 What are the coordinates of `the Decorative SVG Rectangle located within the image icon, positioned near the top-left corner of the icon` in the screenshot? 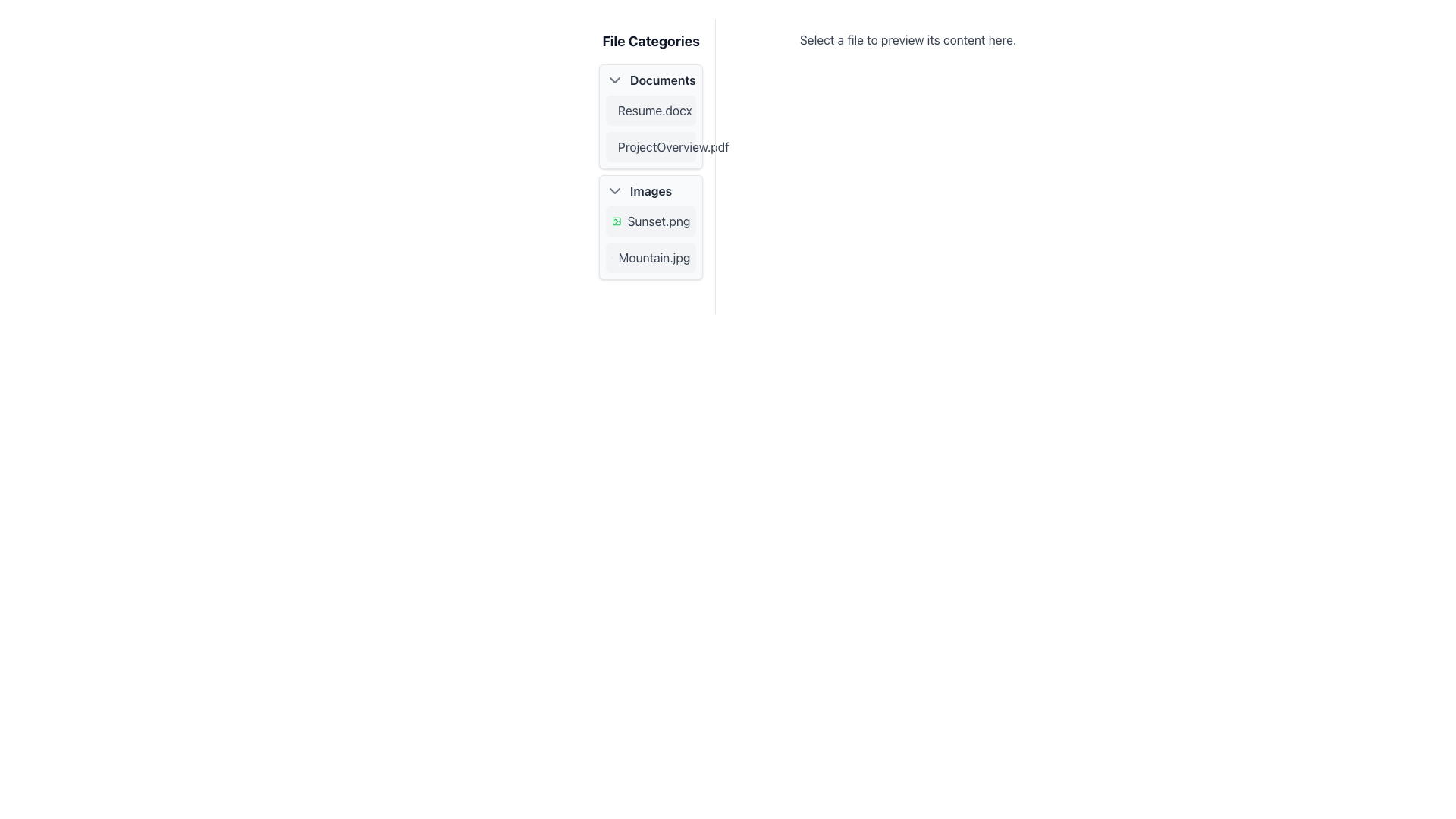 It's located at (617, 221).